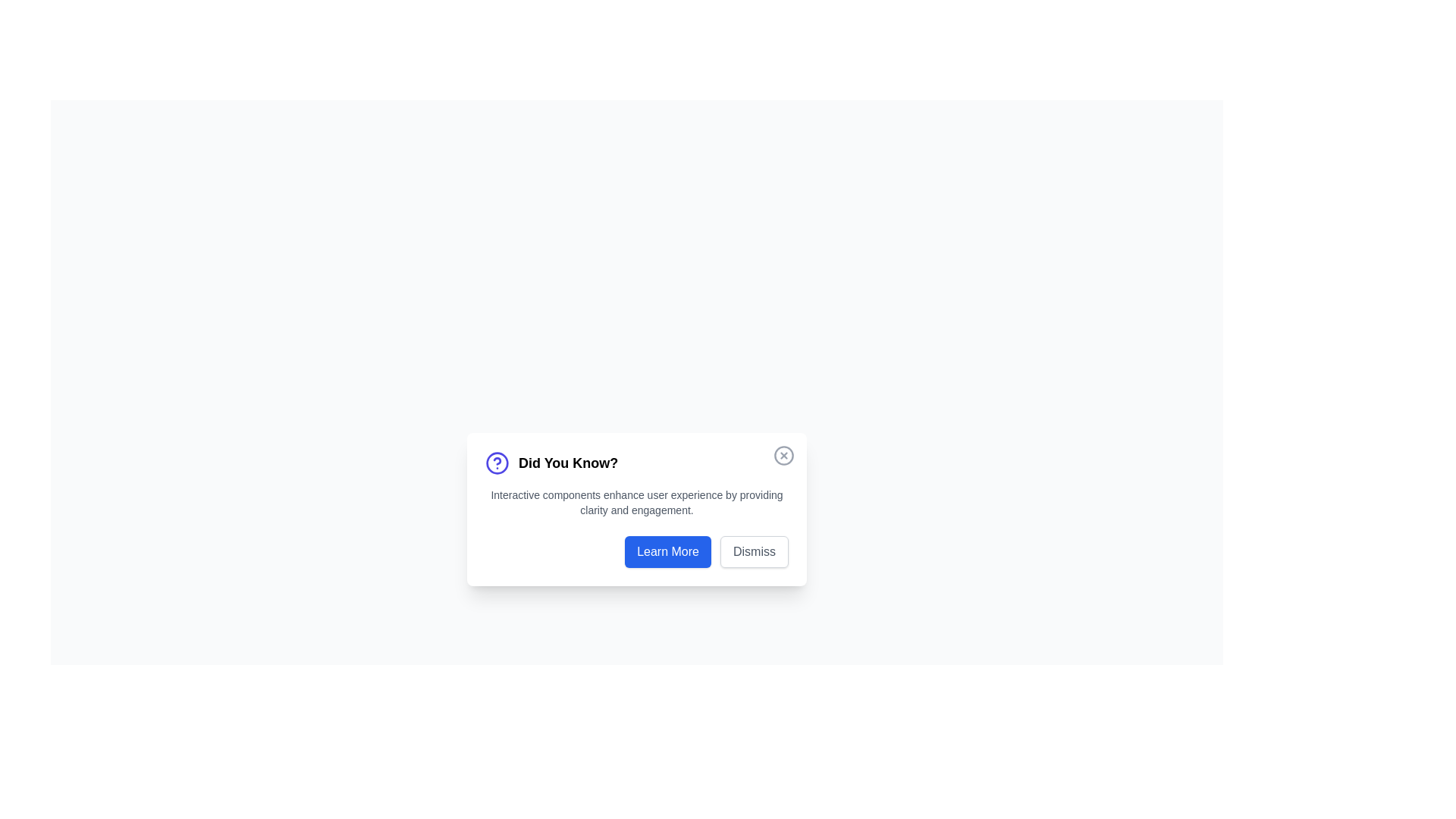  I want to click on the text heading located centrally in the dialog box at the bottom of the interface, positioned to the right of a circular icon with a question mark, so click(567, 462).